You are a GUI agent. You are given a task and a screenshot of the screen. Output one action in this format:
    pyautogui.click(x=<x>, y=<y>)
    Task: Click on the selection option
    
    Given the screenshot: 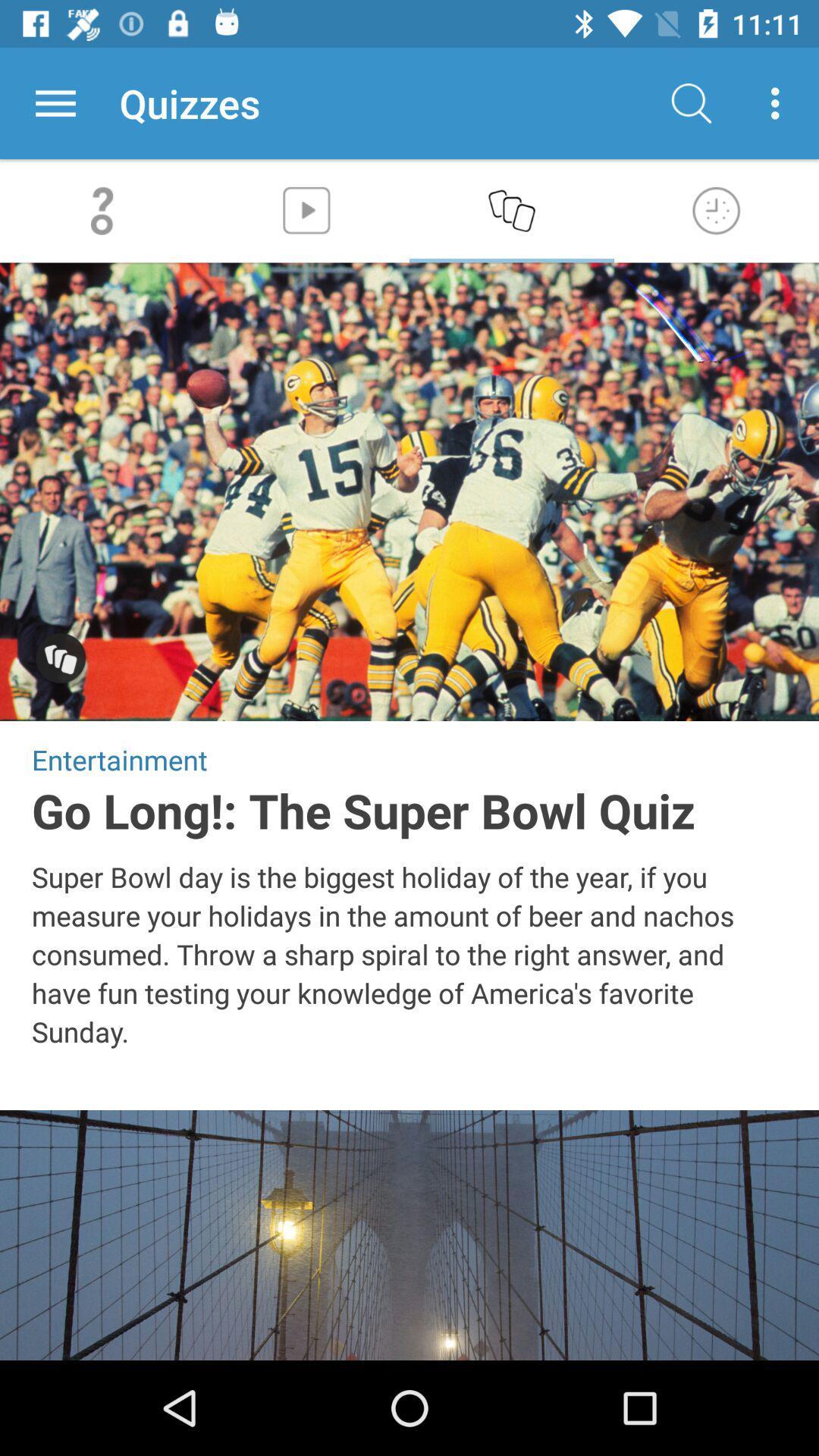 What is the action you would take?
    pyautogui.click(x=60, y=660)
    